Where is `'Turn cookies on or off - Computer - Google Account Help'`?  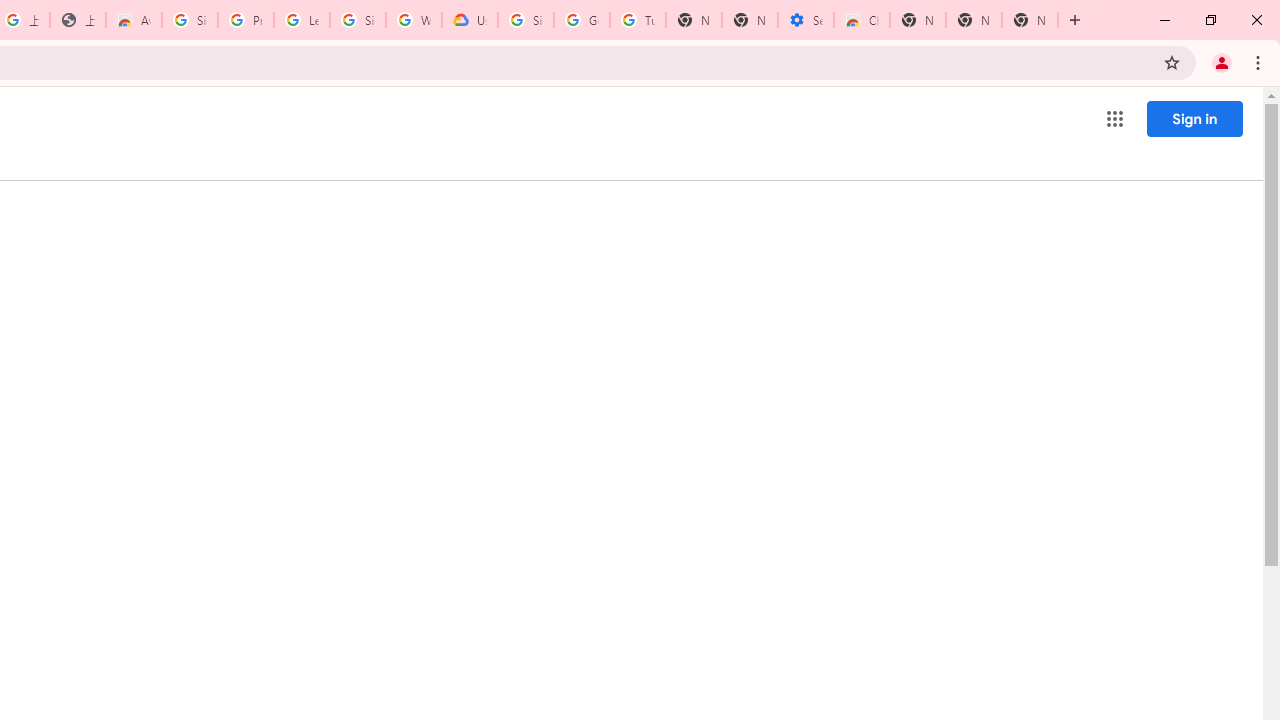 'Turn cookies on or off - Computer - Google Account Help' is located at coordinates (637, 20).